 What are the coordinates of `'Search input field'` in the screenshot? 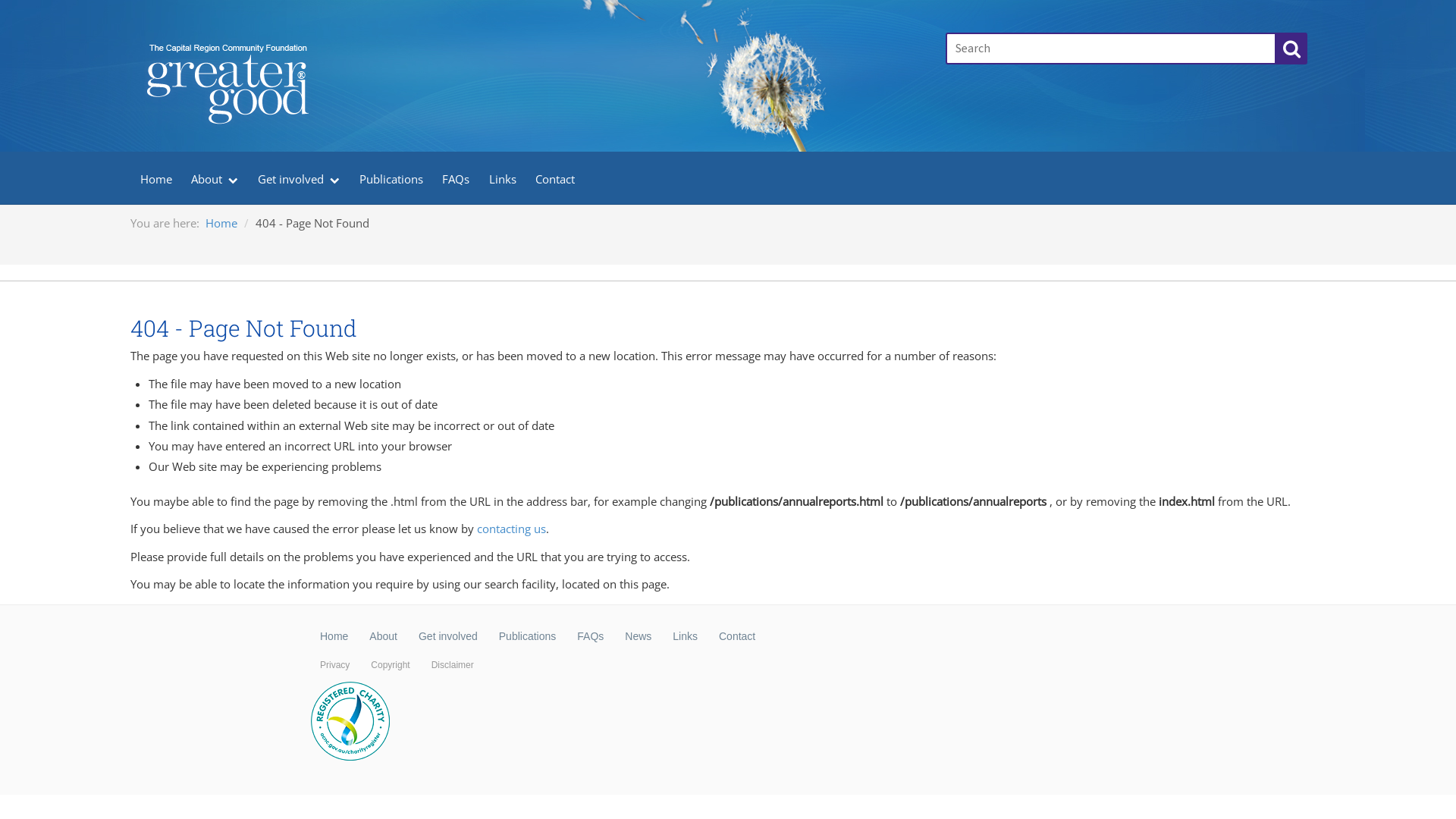 It's located at (1110, 48).